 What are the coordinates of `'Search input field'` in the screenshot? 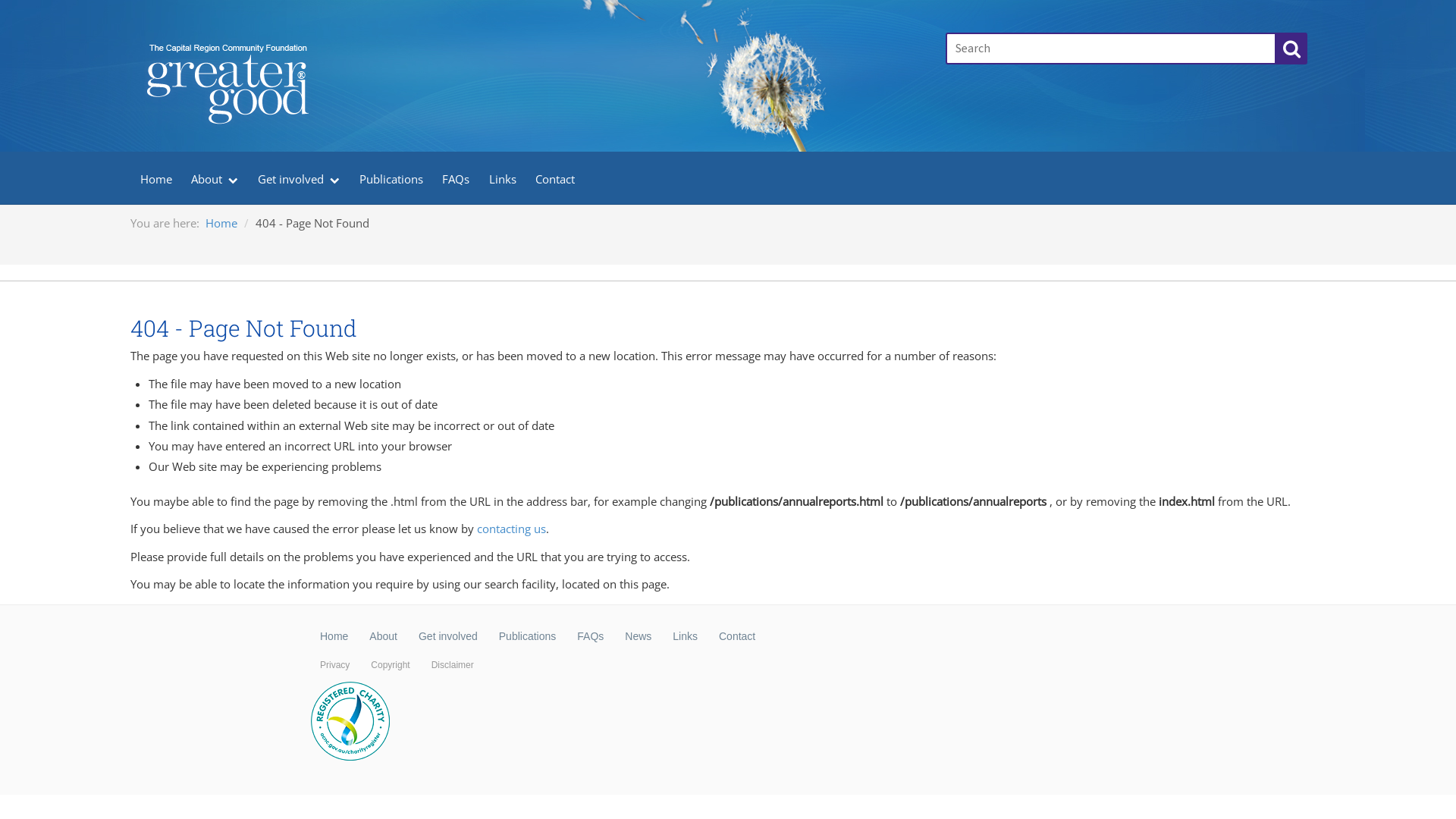 It's located at (1110, 48).